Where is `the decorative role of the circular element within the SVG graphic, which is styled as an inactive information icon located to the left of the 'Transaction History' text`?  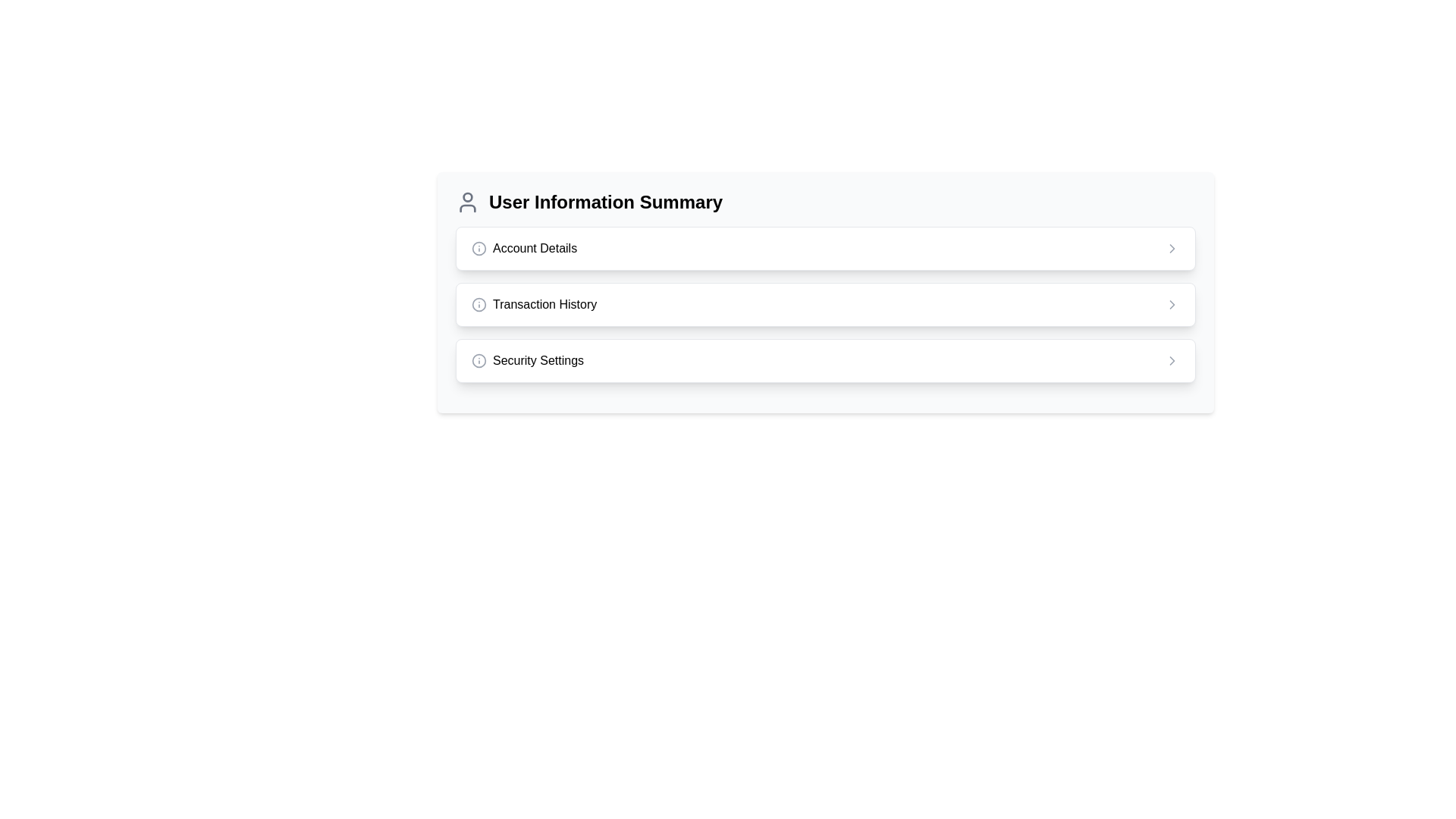 the decorative role of the circular element within the SVG graphic, which is styled as an inactive information icon located to the left of the 'Transaction History' text is located at coordinates (479, 304).